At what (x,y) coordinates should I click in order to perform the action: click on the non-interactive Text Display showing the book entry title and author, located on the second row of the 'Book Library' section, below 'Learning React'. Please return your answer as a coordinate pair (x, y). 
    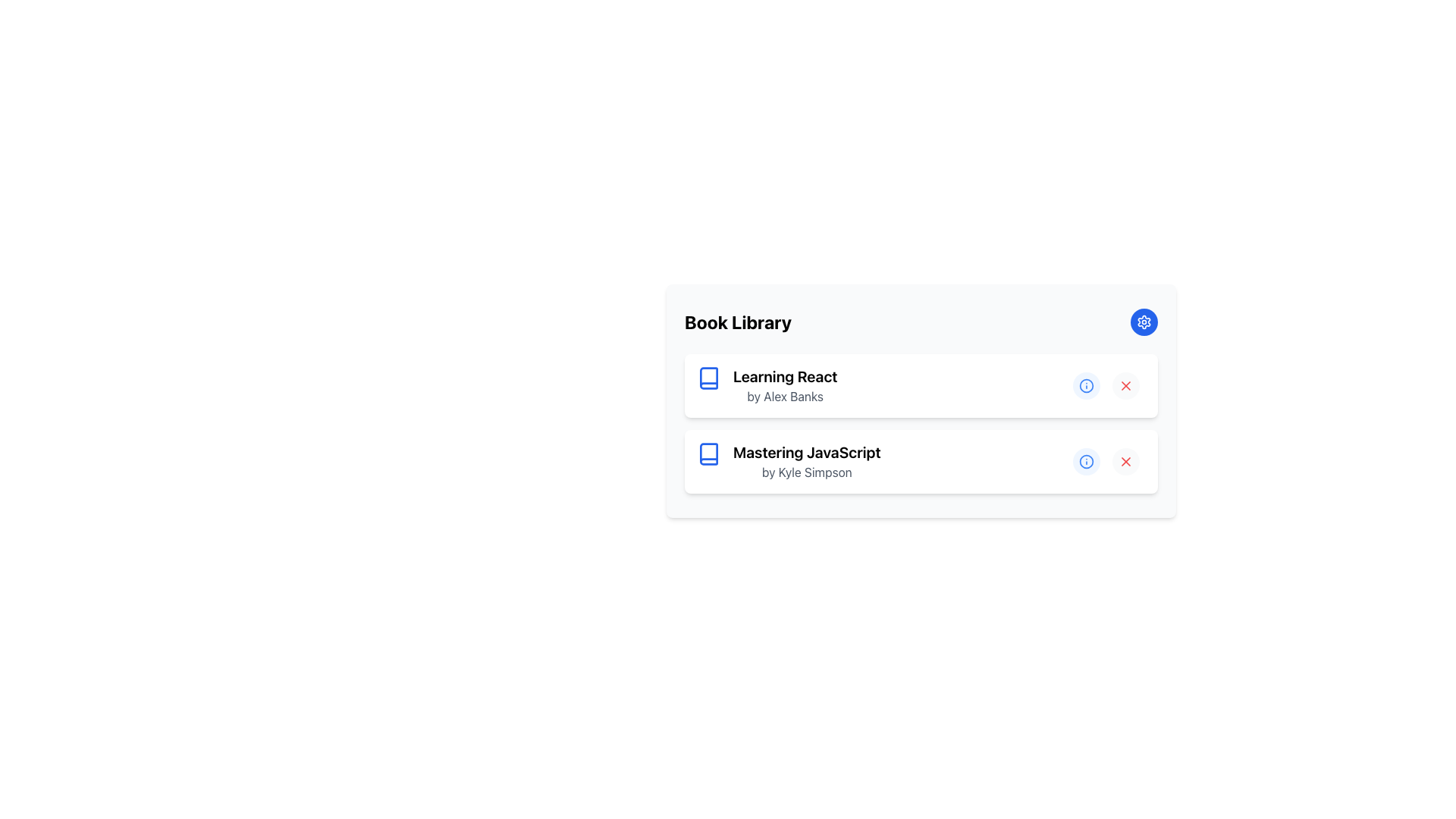
    Looking at the image, I should click on (806, 461).